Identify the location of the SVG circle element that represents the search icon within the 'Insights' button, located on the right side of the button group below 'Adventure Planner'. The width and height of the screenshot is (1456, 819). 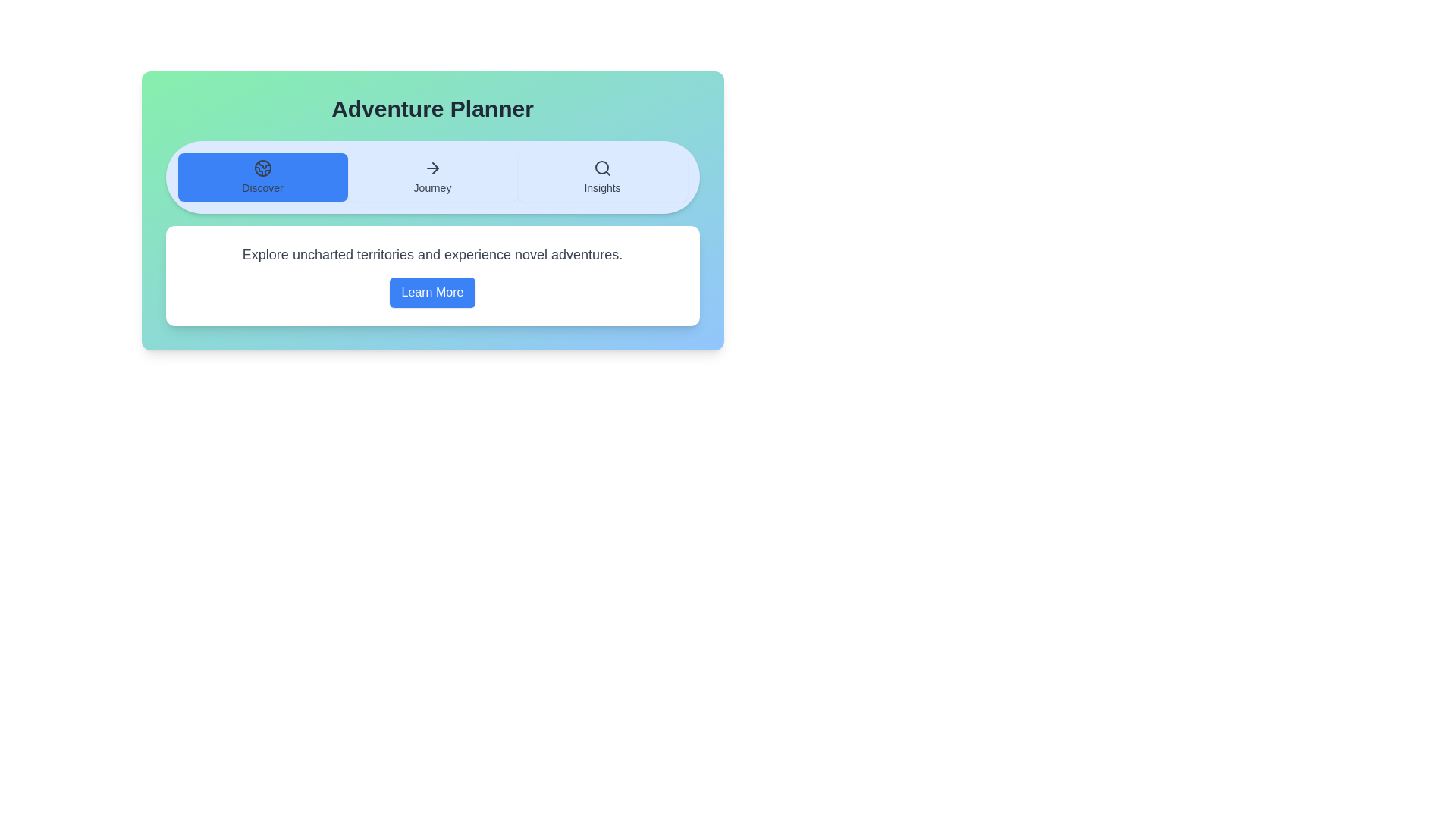
(601, 167).